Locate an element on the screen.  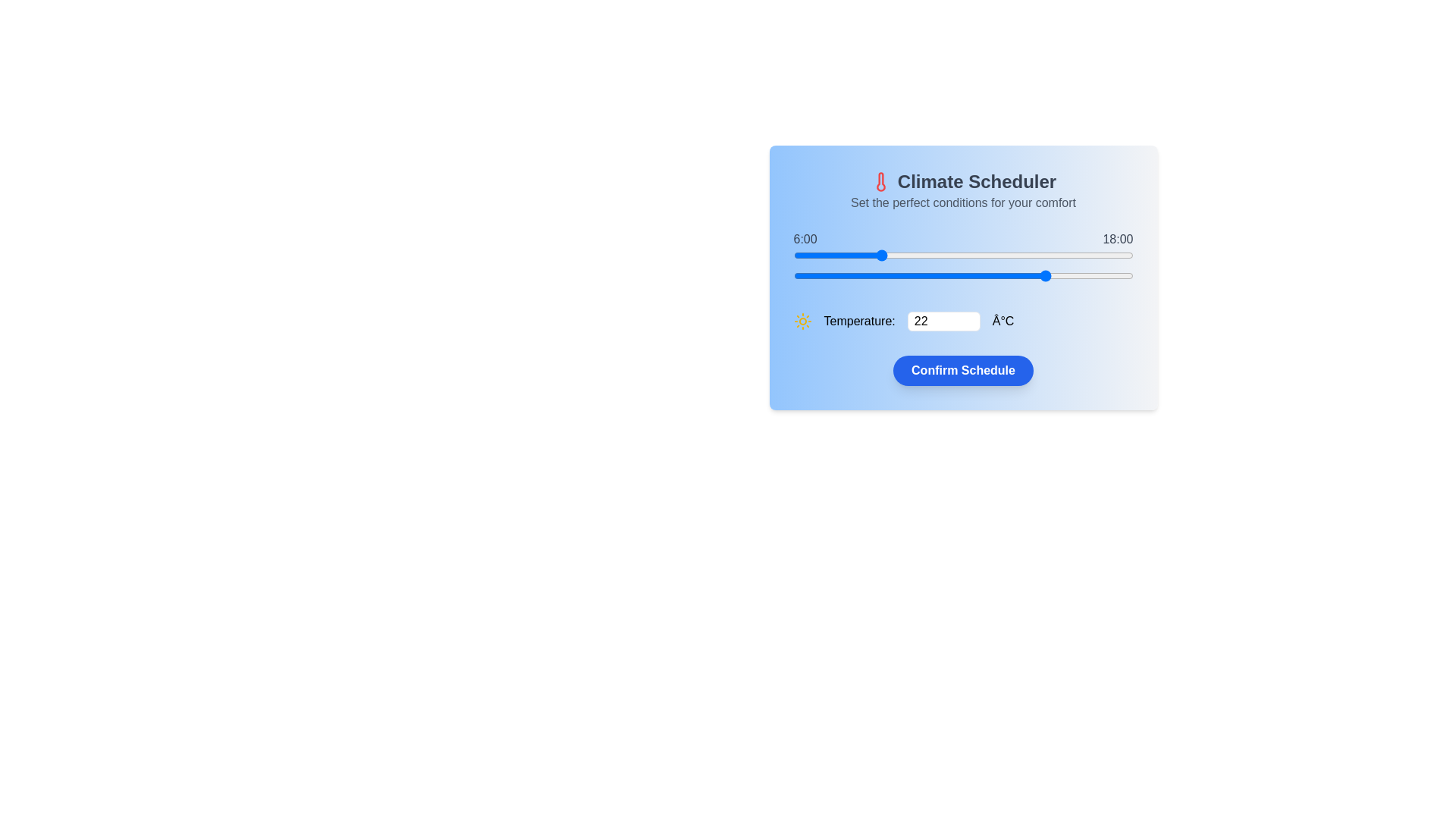
the thermometer icon indicating temperature settings, located to the left of the 'Climate Scheduler' text in the header section is located at coordinates (880, 180).